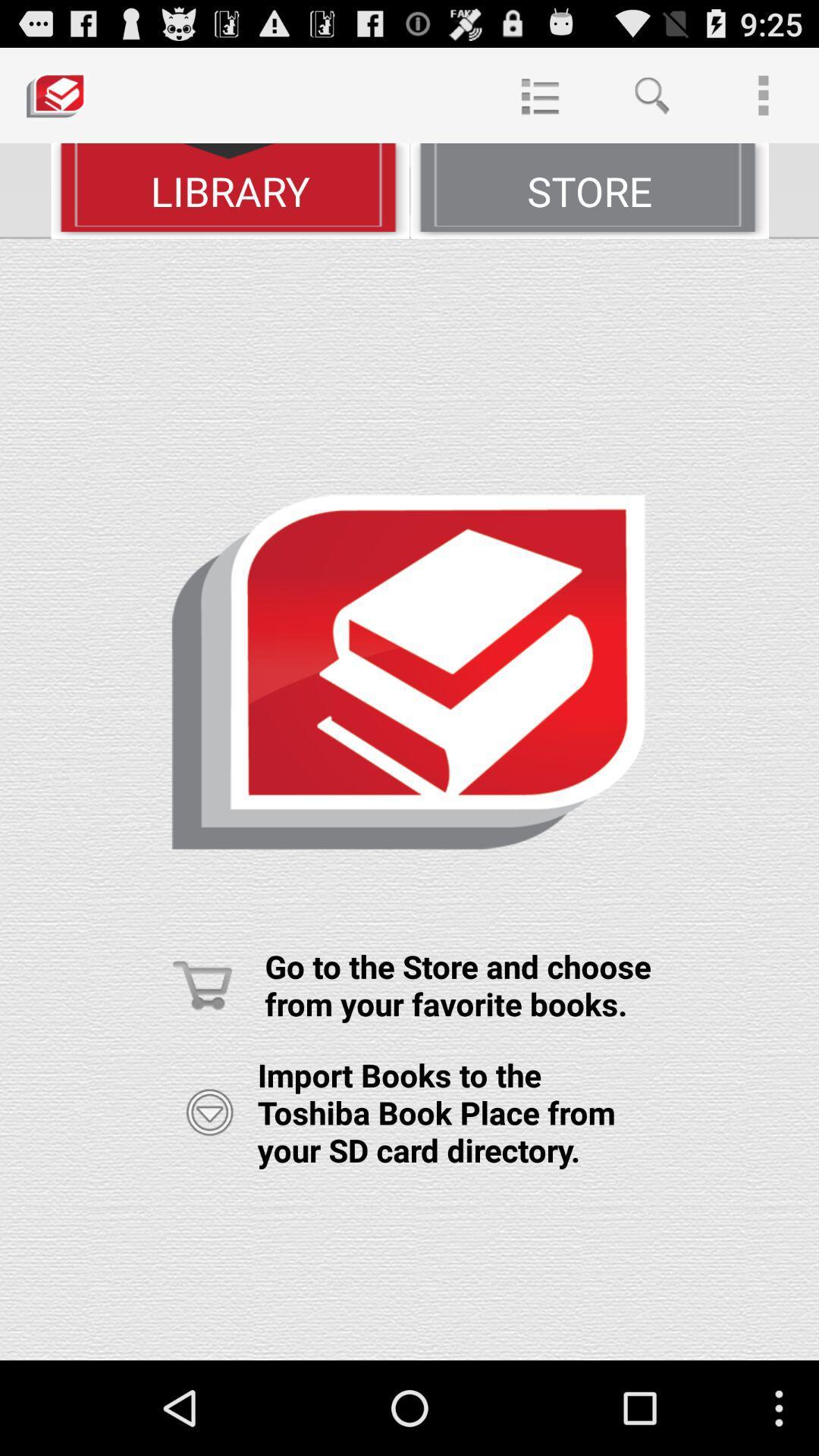  I want to click on import option, so click(209, 1112).